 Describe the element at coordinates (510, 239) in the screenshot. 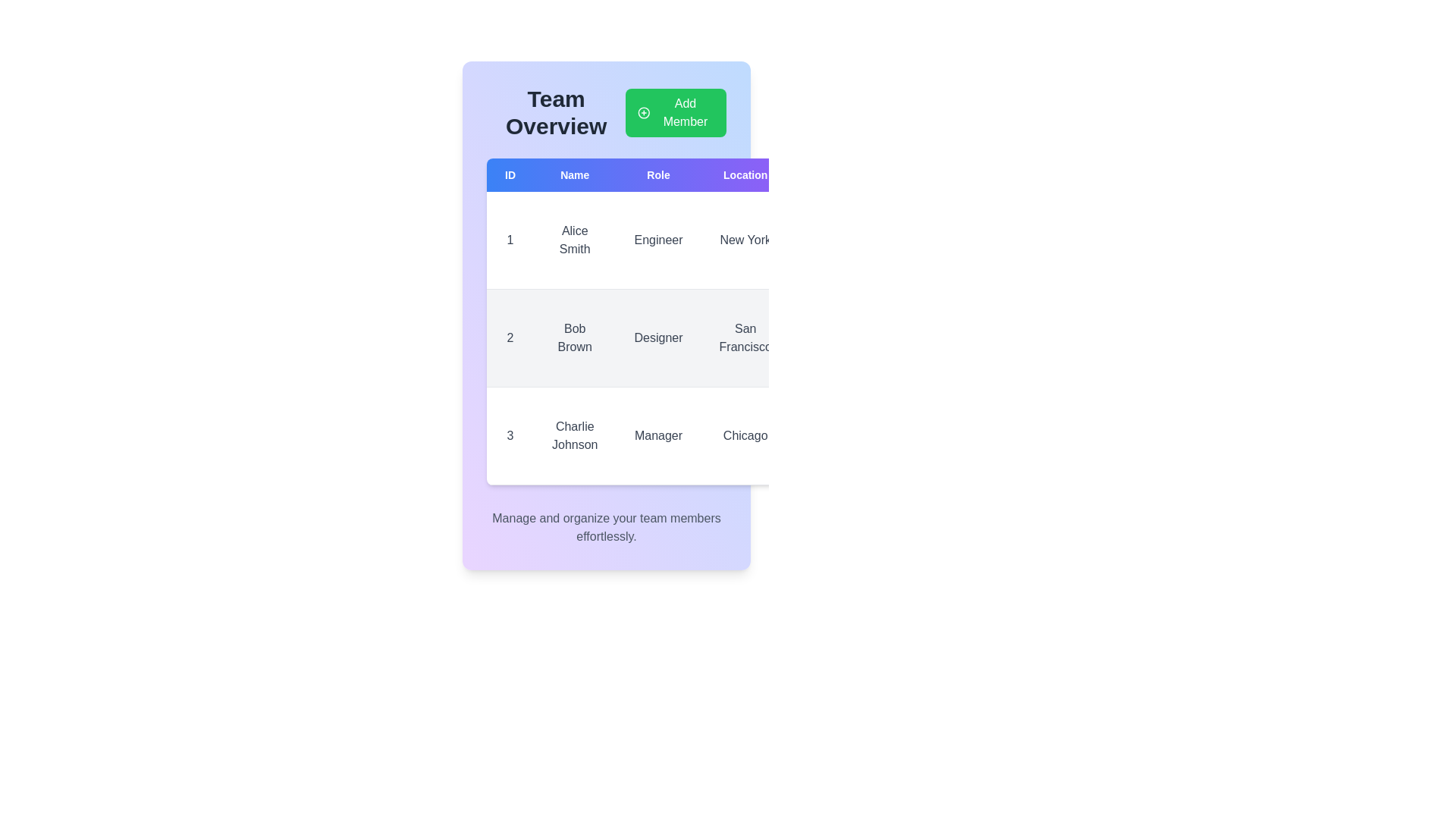

I see `the unique identifier text element located in the first row and first column of the table, which is positioned to the left of 'Alice Smith'` at that location.